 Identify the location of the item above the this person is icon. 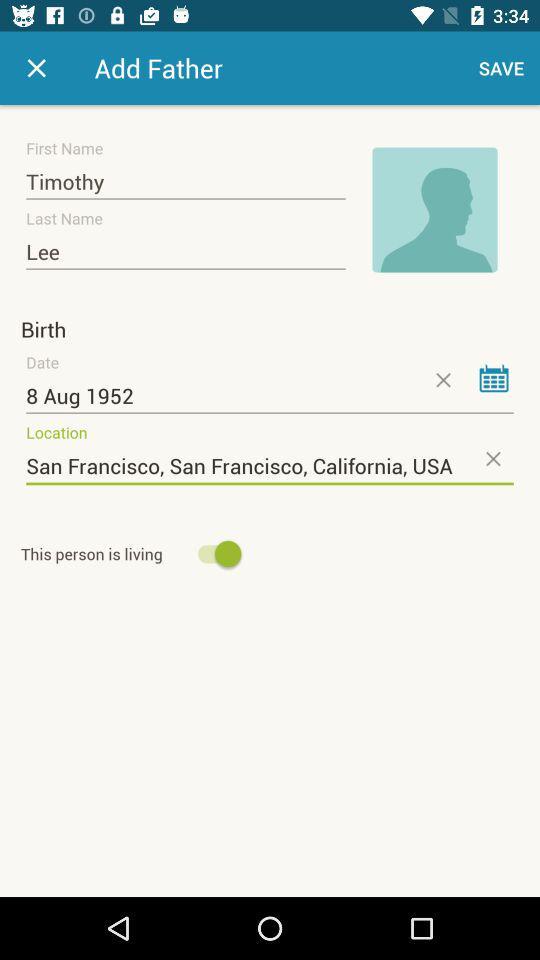
(270, 466).